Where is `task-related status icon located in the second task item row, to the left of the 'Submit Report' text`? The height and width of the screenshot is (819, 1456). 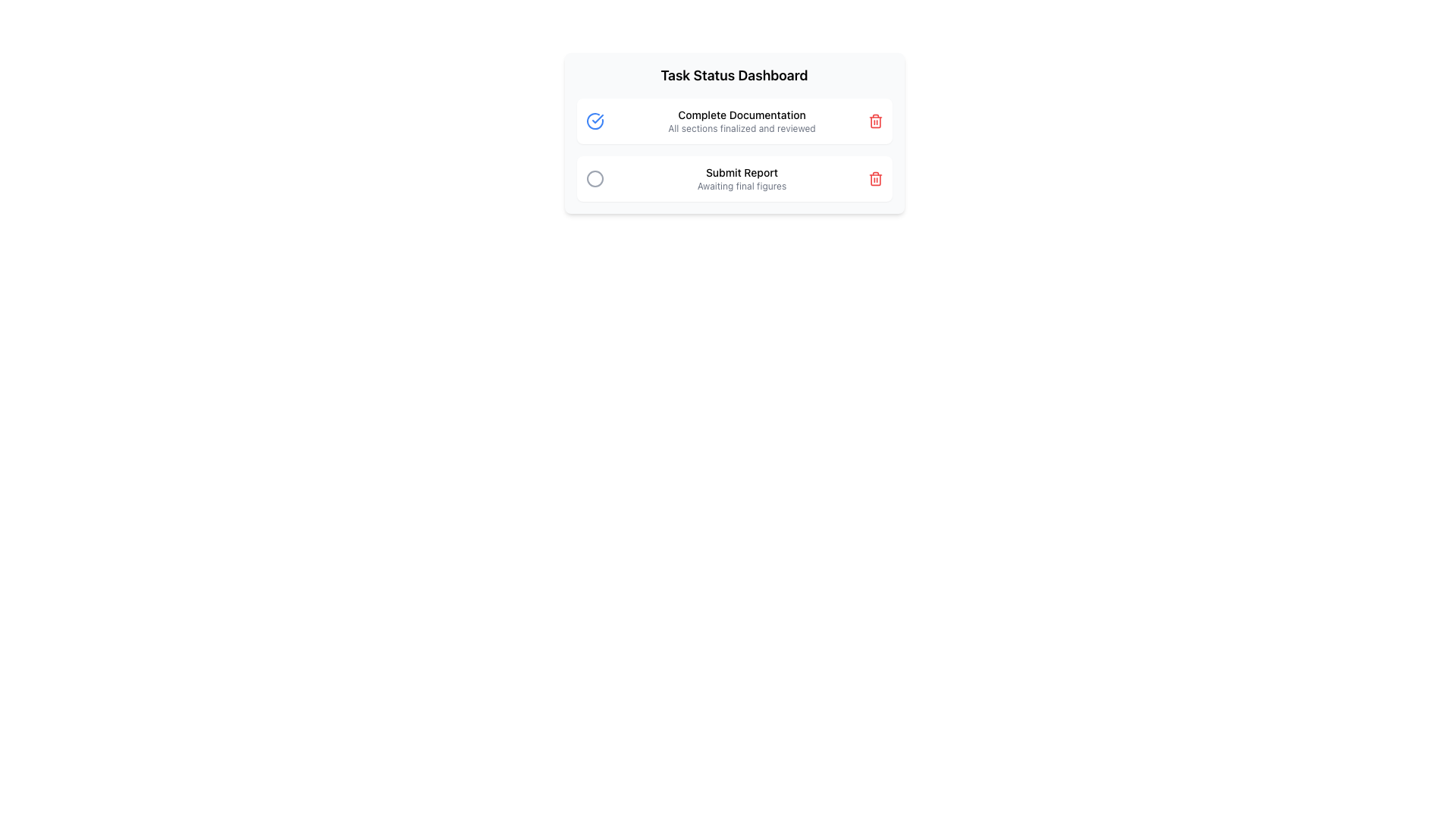 task-related status icon located in the second task item row, to the left of the 'Submit Report' text is located at coordinates (594, 177).